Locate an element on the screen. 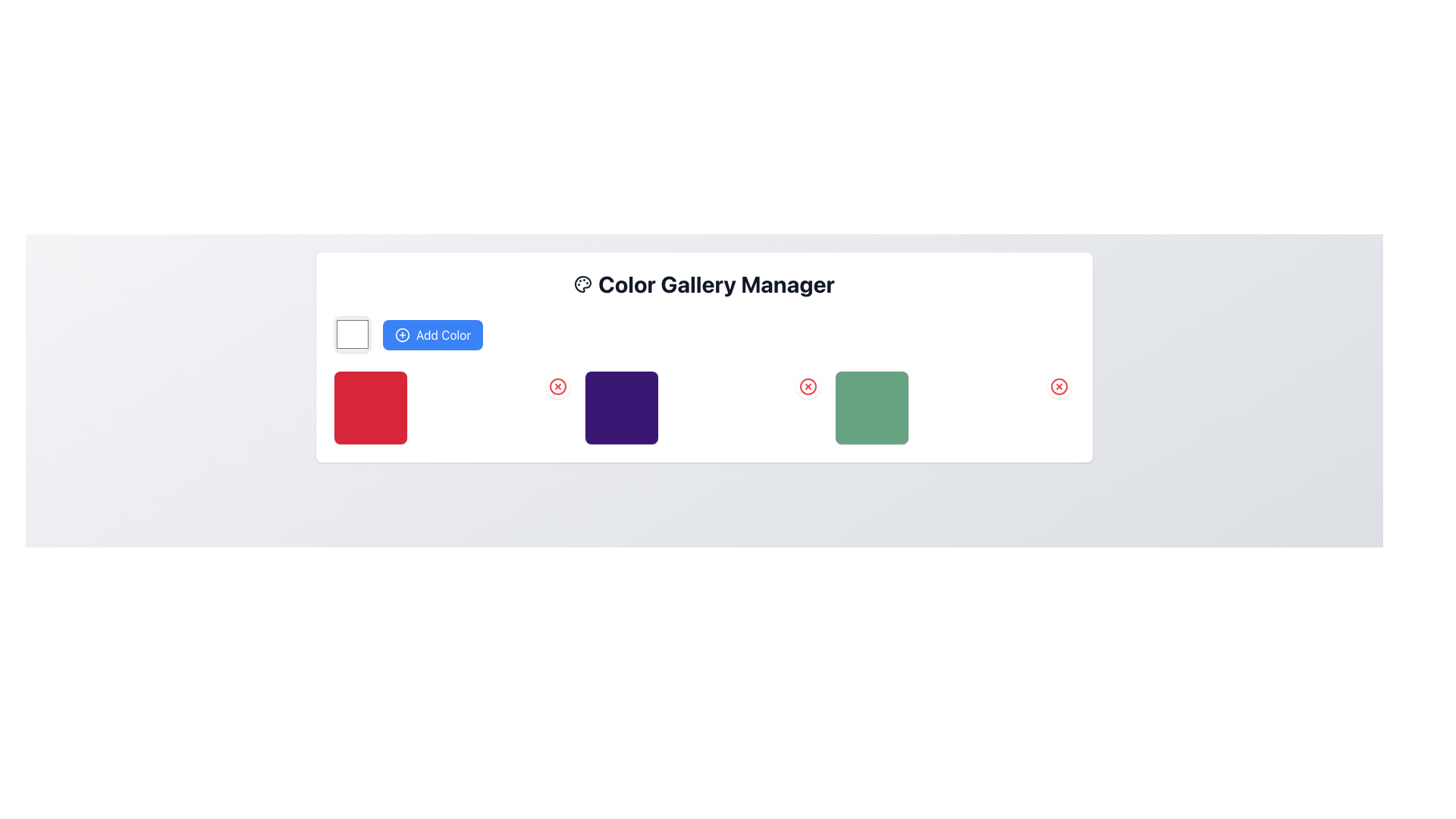 Image resolution: width=1456 pixels, height=819 pixels. the Color Picker component located in the top-left of the content section is located at coordinates (352, 333).